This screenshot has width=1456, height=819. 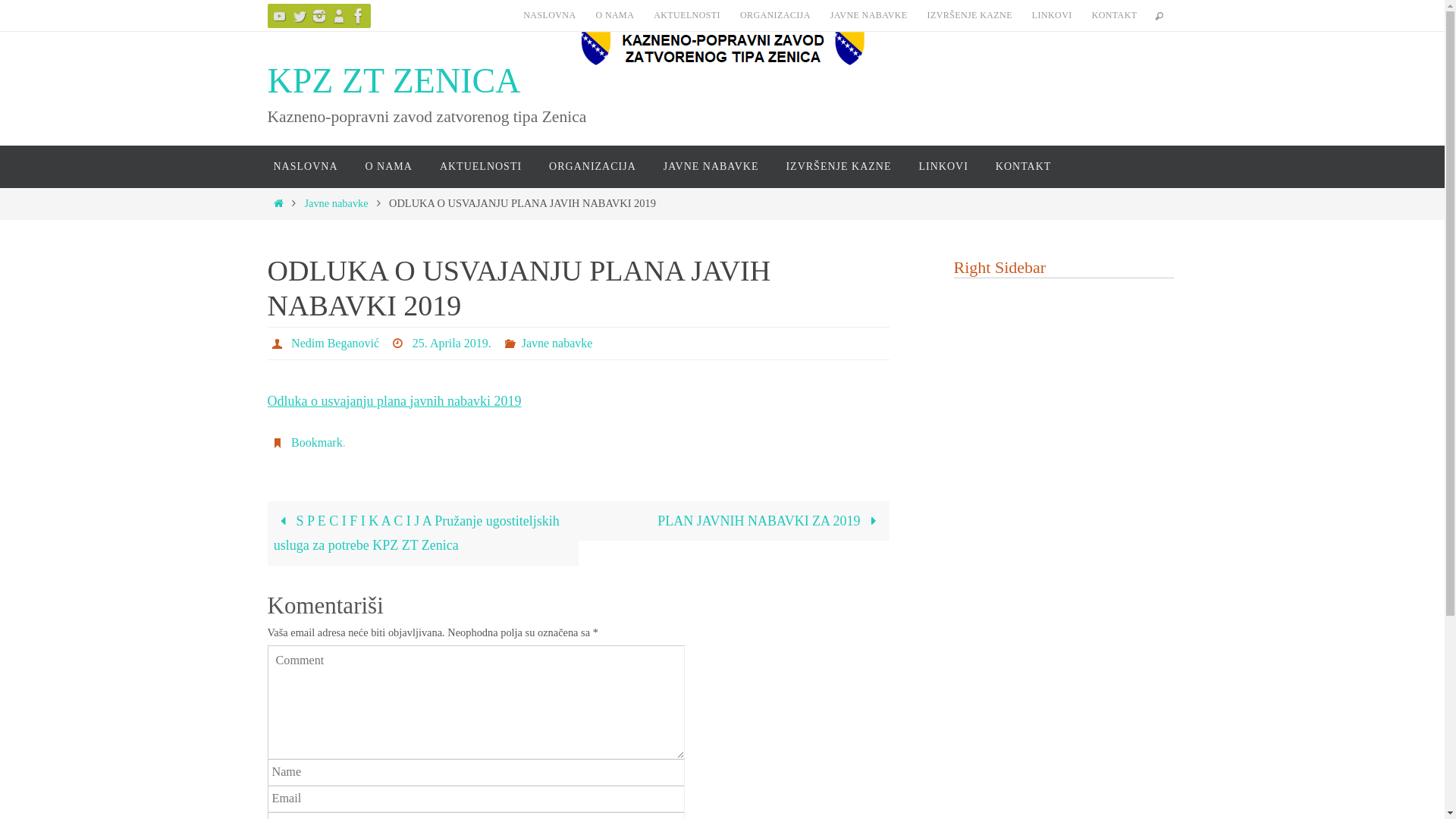 What do you see at coordinates (1051, 14) in the screenshot?
I see `'LINKOVI'` at bounding box center [1051, 14].